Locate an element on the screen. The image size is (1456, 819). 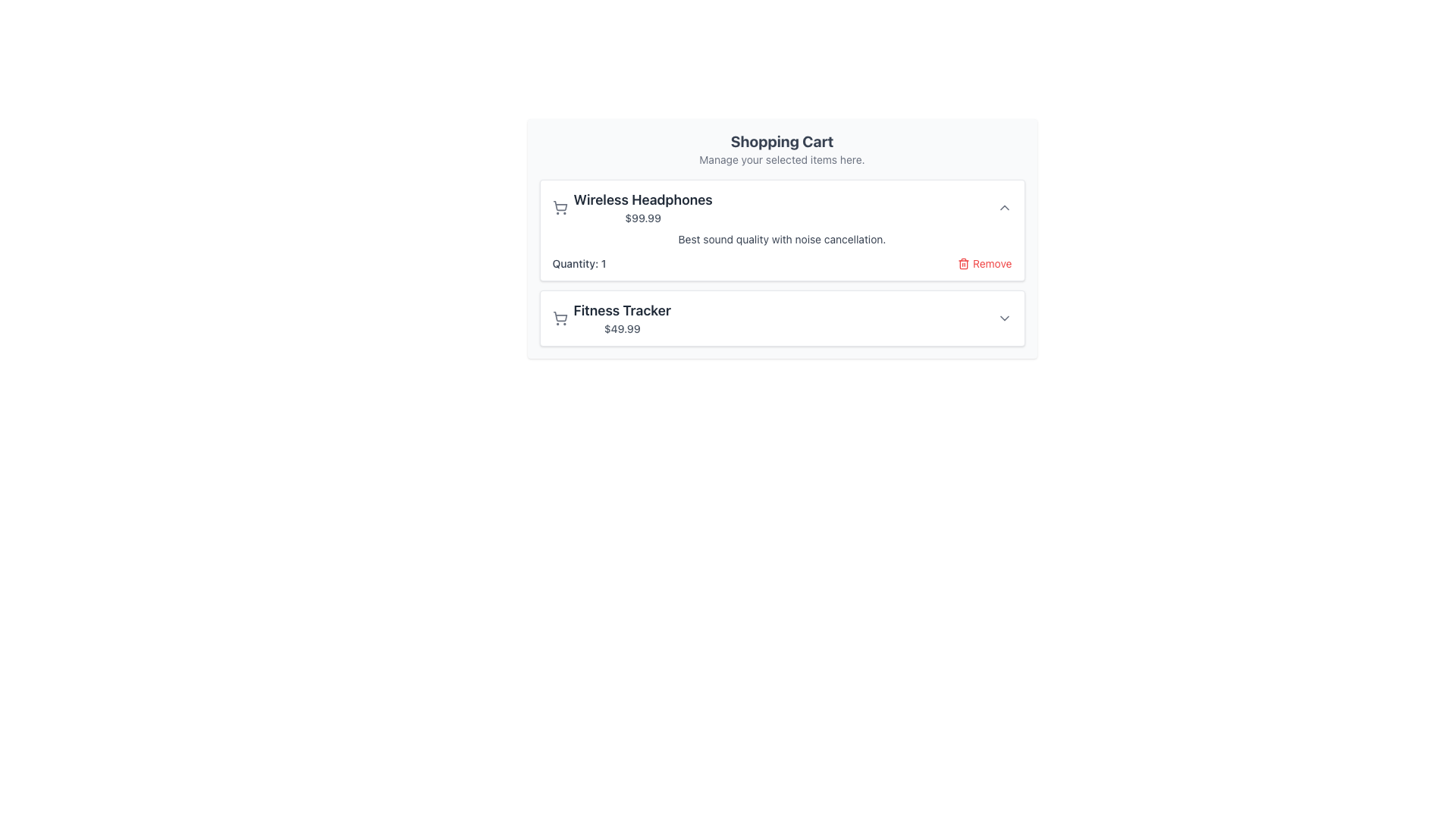
the remove button located to the right of the 'Quantity: 1' text in the shopping cart for the 'Wireless Headphones' item is located at coordinates (984, 262).